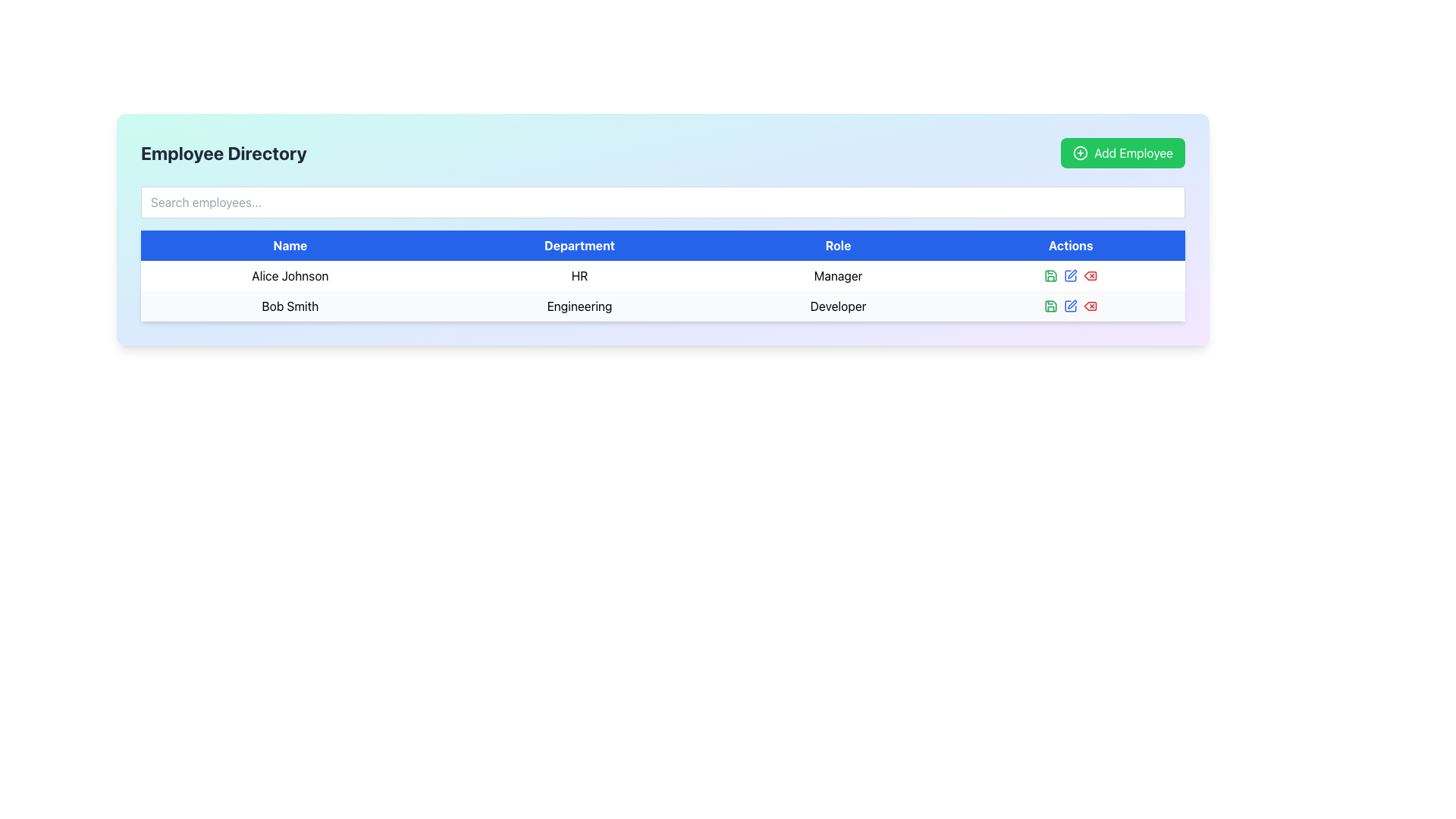 This screenshot has width=1456, height=819. Describe the element at coordinates (837, 306) in the screenshot. I see `the static text label that reads 'Developer' located in the second row under the 'Role' column of the employee directory table` at that location.